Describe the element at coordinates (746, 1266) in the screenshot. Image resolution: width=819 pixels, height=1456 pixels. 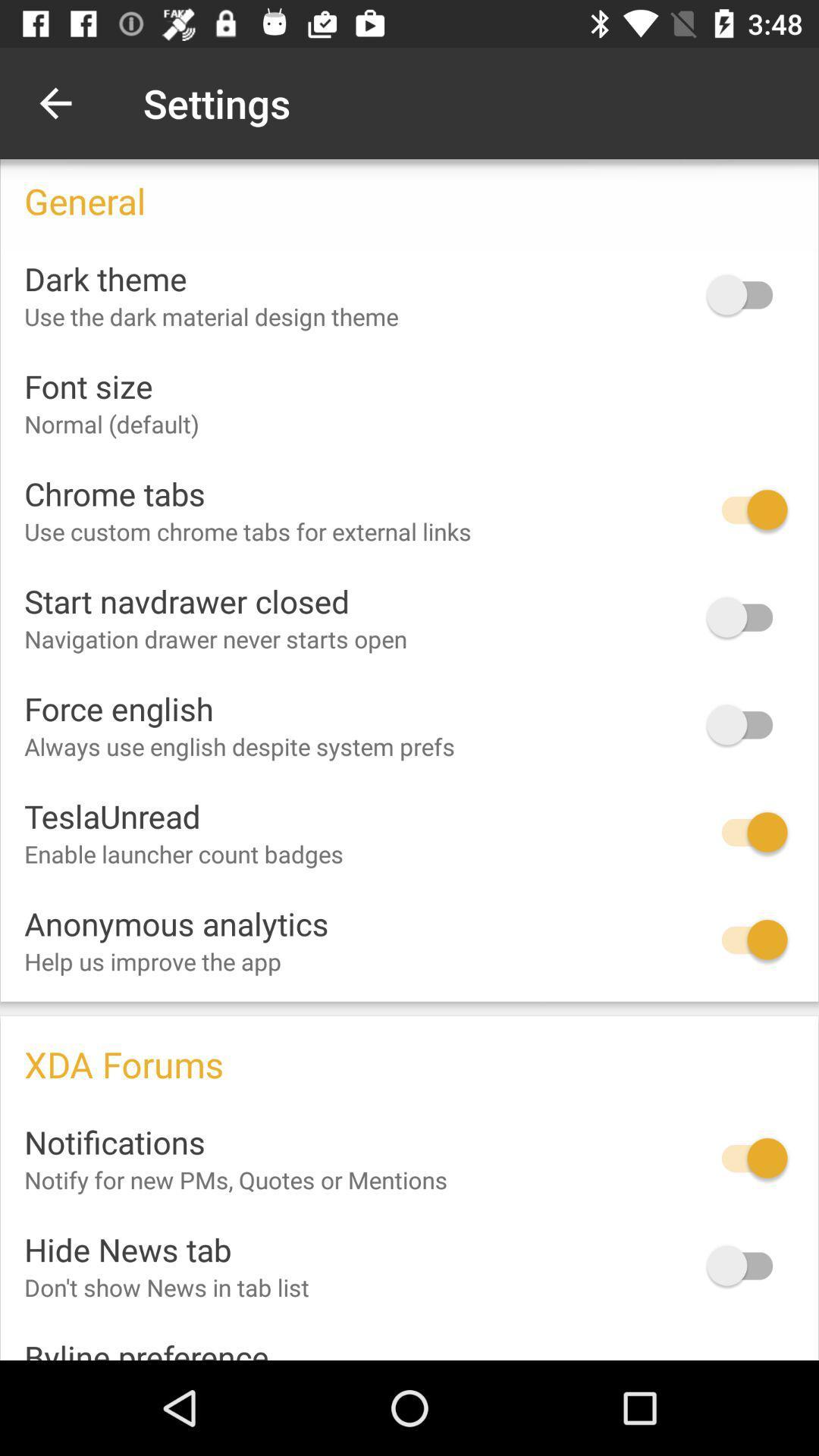
I see `the icon next to the hide news tab` at that location.